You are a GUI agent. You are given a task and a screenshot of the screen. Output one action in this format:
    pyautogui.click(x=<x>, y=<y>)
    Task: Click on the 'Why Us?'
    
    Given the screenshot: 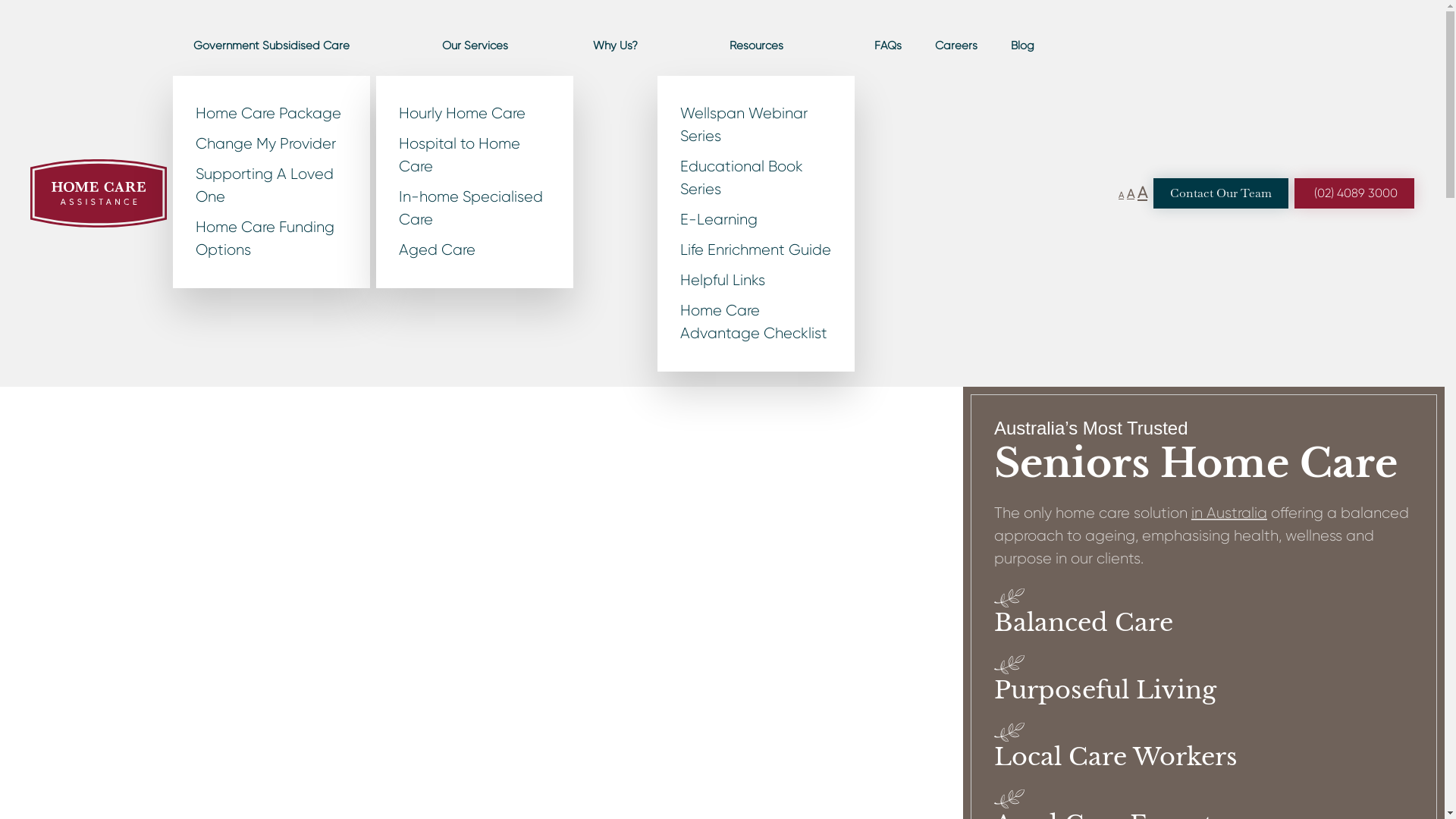 What is the action you would take?
    pyautogui.click(x=615, y=45)
    